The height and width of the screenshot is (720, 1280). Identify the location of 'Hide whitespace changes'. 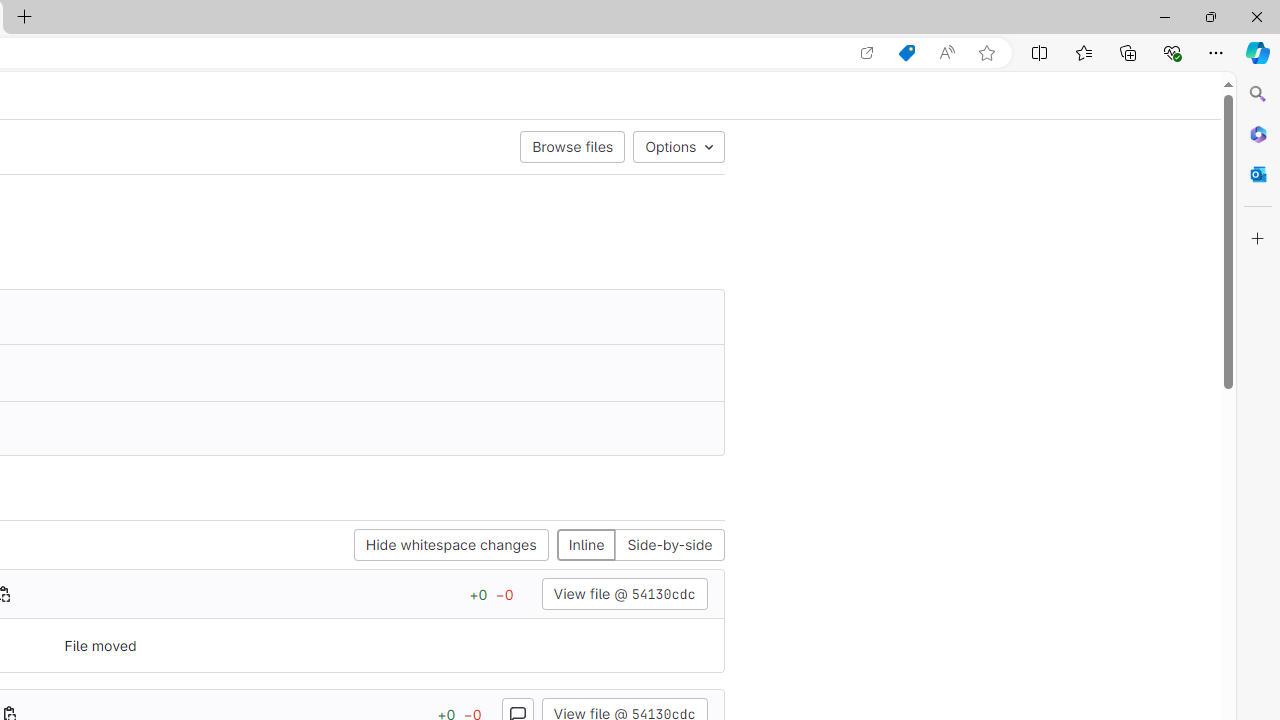
(450, 545).